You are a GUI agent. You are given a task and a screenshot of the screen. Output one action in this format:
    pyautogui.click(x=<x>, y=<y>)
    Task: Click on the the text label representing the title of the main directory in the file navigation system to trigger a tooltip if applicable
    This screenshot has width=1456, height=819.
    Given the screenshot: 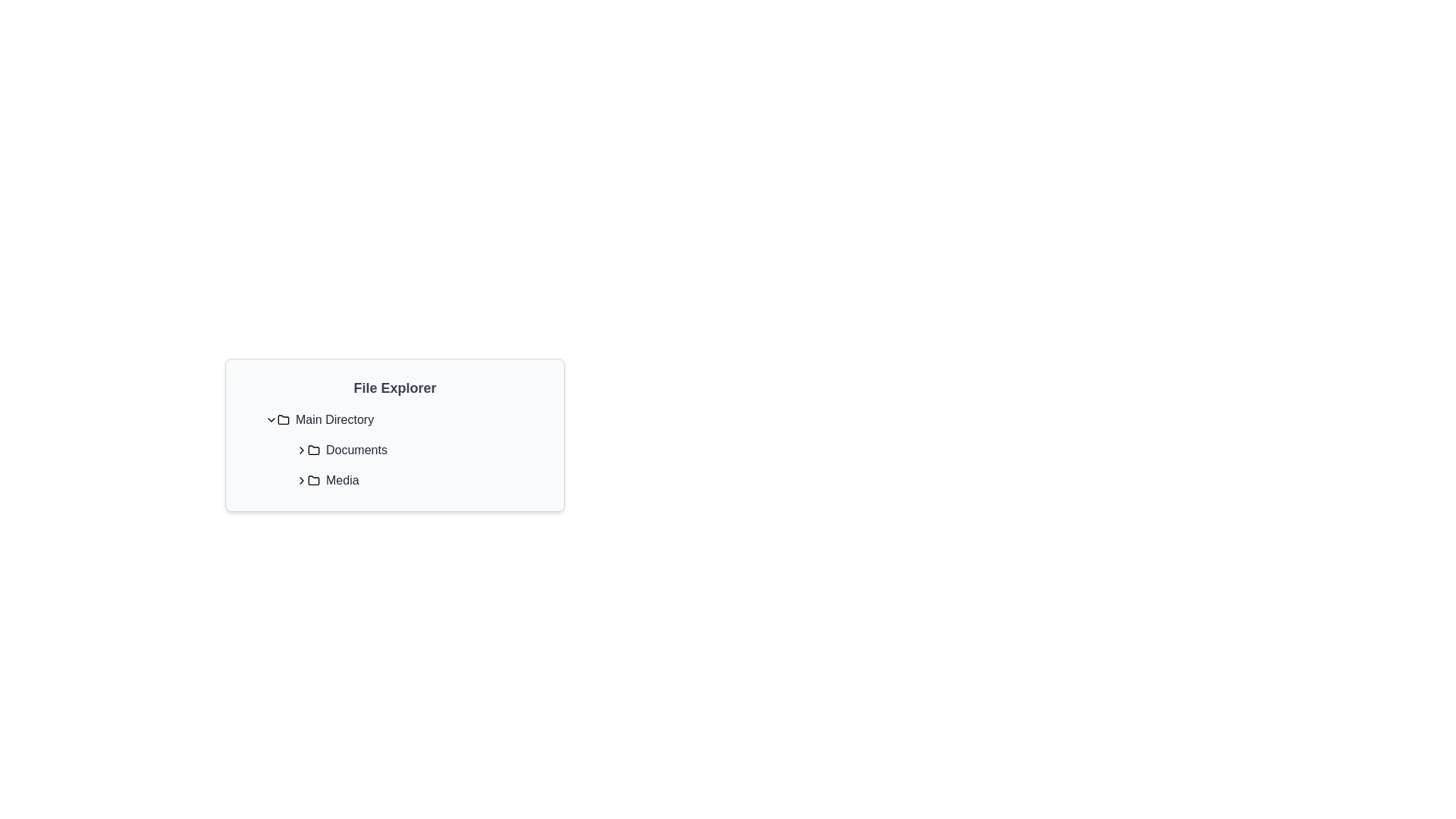 What is the action you would take?
    pyautogui.click(x=334, y=420)
    